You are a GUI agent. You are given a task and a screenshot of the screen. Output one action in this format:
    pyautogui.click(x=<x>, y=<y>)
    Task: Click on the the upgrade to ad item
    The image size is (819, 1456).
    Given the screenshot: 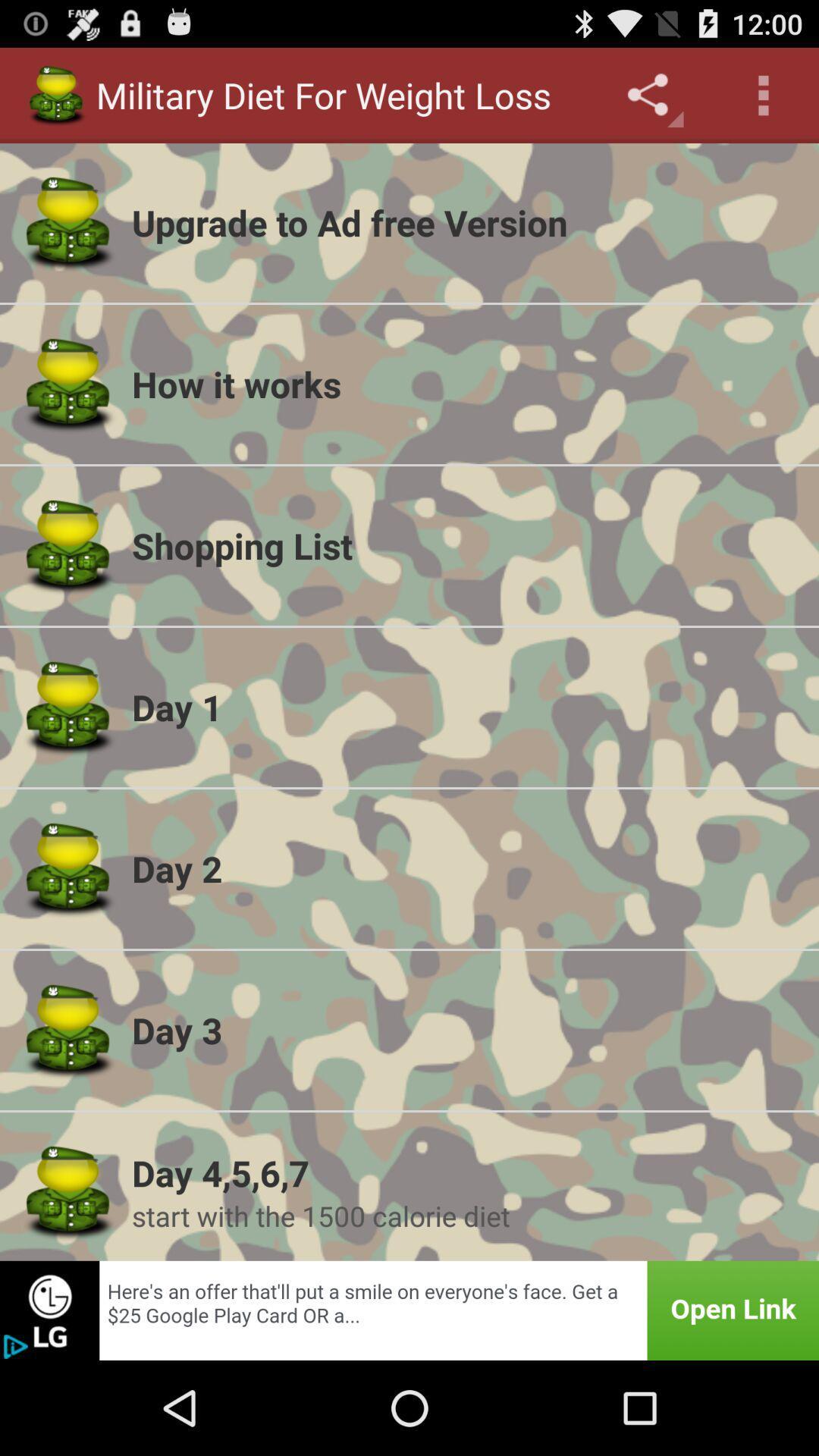 What is the action you would take?
    pyautogui.click(x=465, y=221)
    